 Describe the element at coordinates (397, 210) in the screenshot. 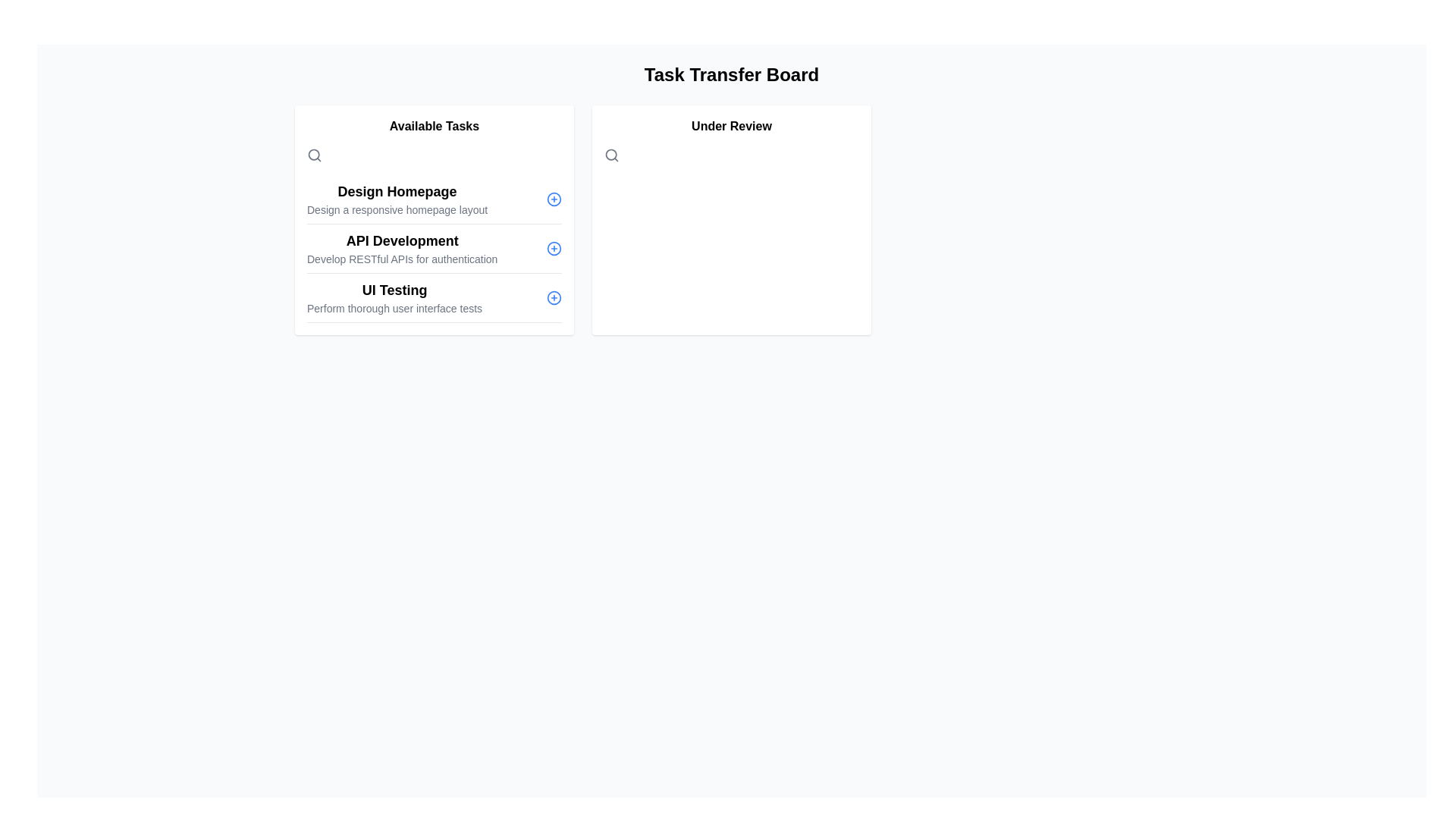

I see `the Text label located below 'Design Homepage' in the 'Available Tasks' section` at that location.